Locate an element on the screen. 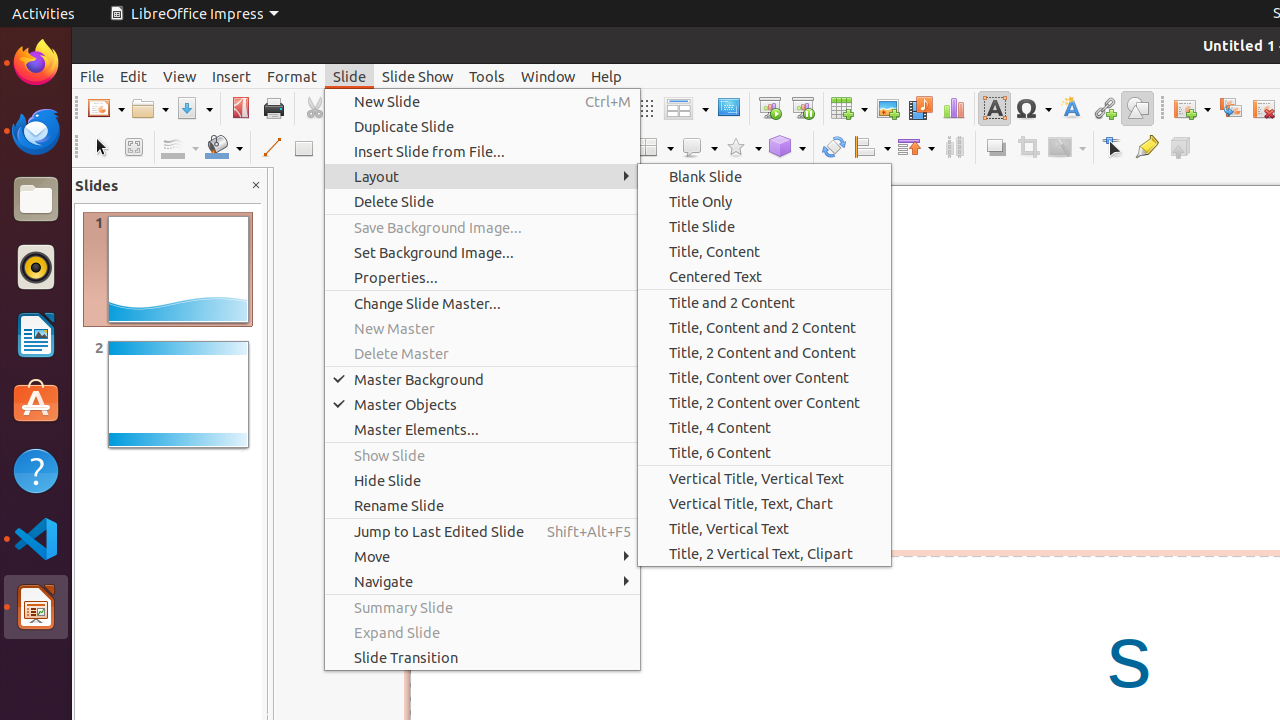  'Vertical Title, Text, Chart' is located at coordinates (763, 502).